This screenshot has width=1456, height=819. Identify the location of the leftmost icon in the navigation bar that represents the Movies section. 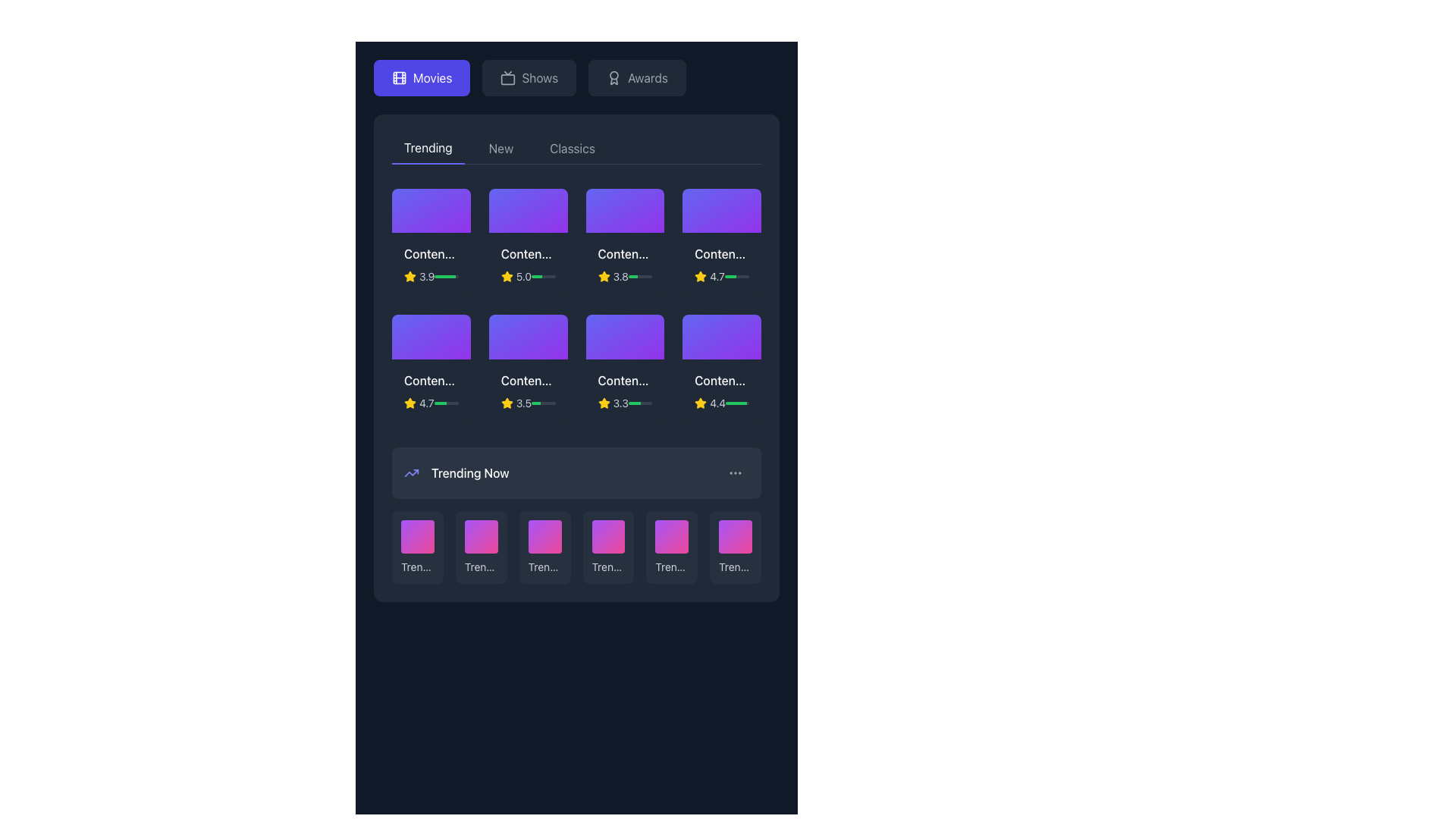
(400, 78).